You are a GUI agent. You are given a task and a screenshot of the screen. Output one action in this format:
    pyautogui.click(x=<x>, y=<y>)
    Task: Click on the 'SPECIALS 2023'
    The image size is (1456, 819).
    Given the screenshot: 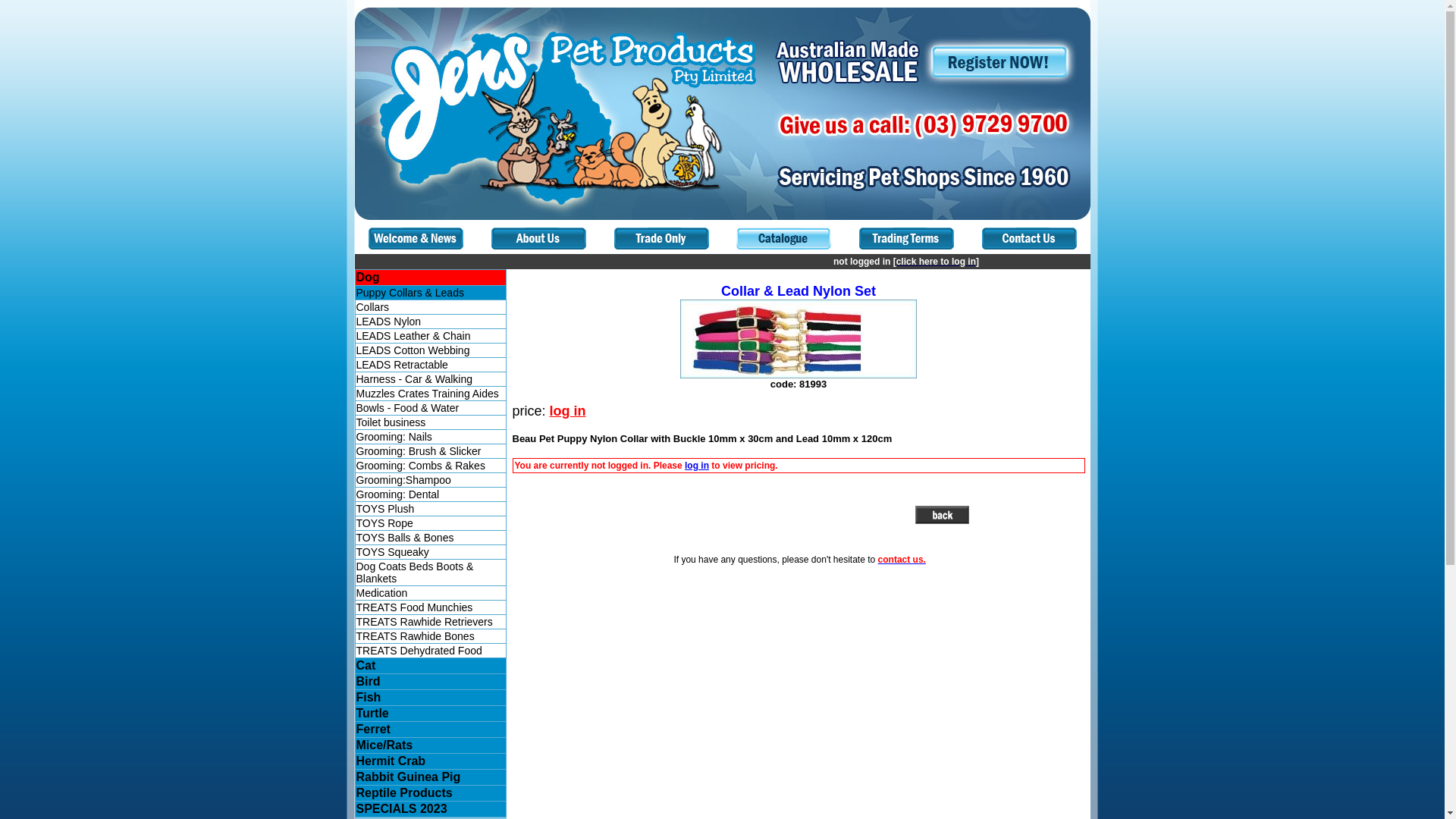 What is the action you would take?
    pyautogui.click(x=428, y=808)
    